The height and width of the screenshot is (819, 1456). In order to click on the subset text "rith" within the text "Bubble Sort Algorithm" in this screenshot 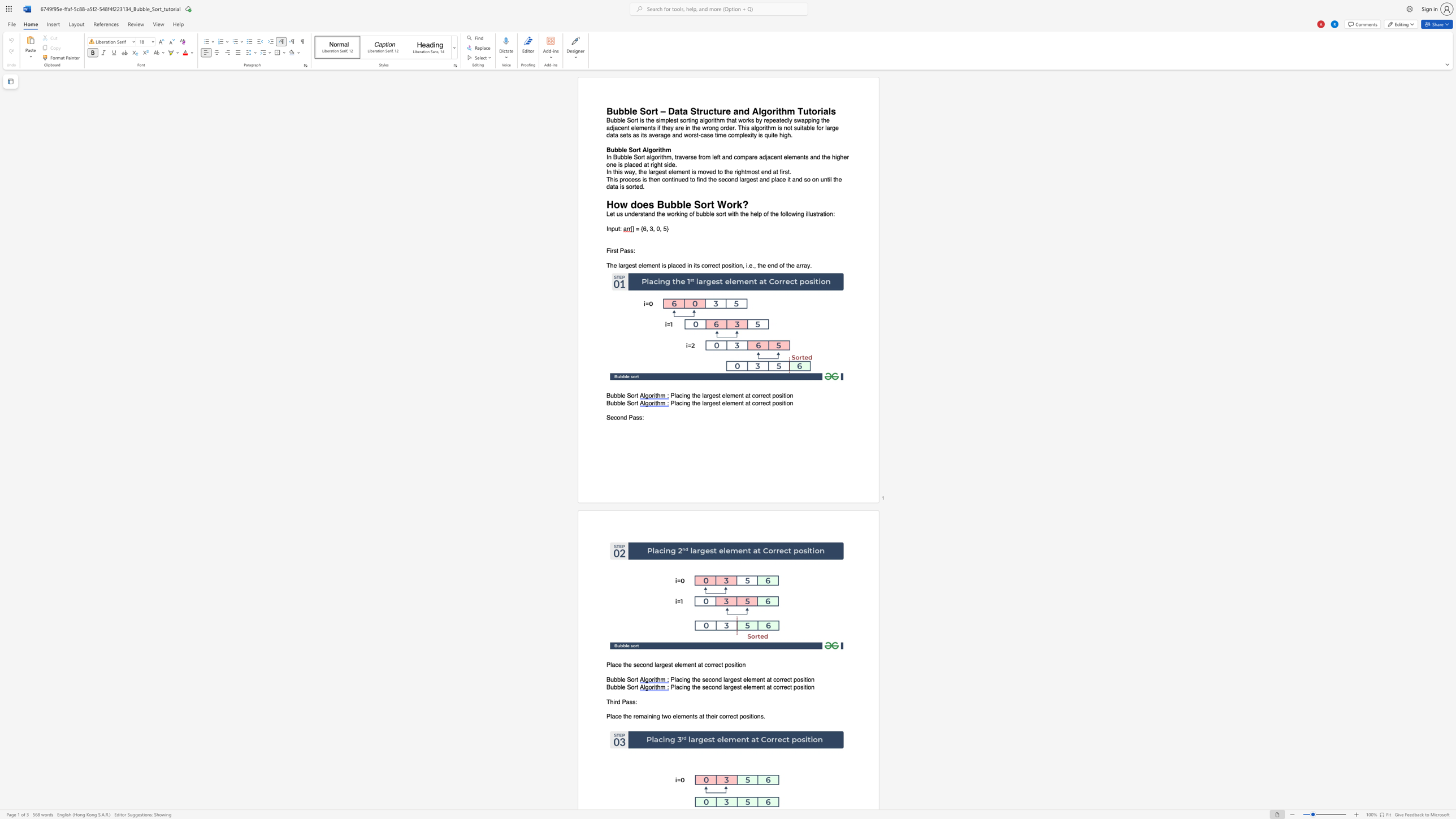, I will do `click(656, 149)`.